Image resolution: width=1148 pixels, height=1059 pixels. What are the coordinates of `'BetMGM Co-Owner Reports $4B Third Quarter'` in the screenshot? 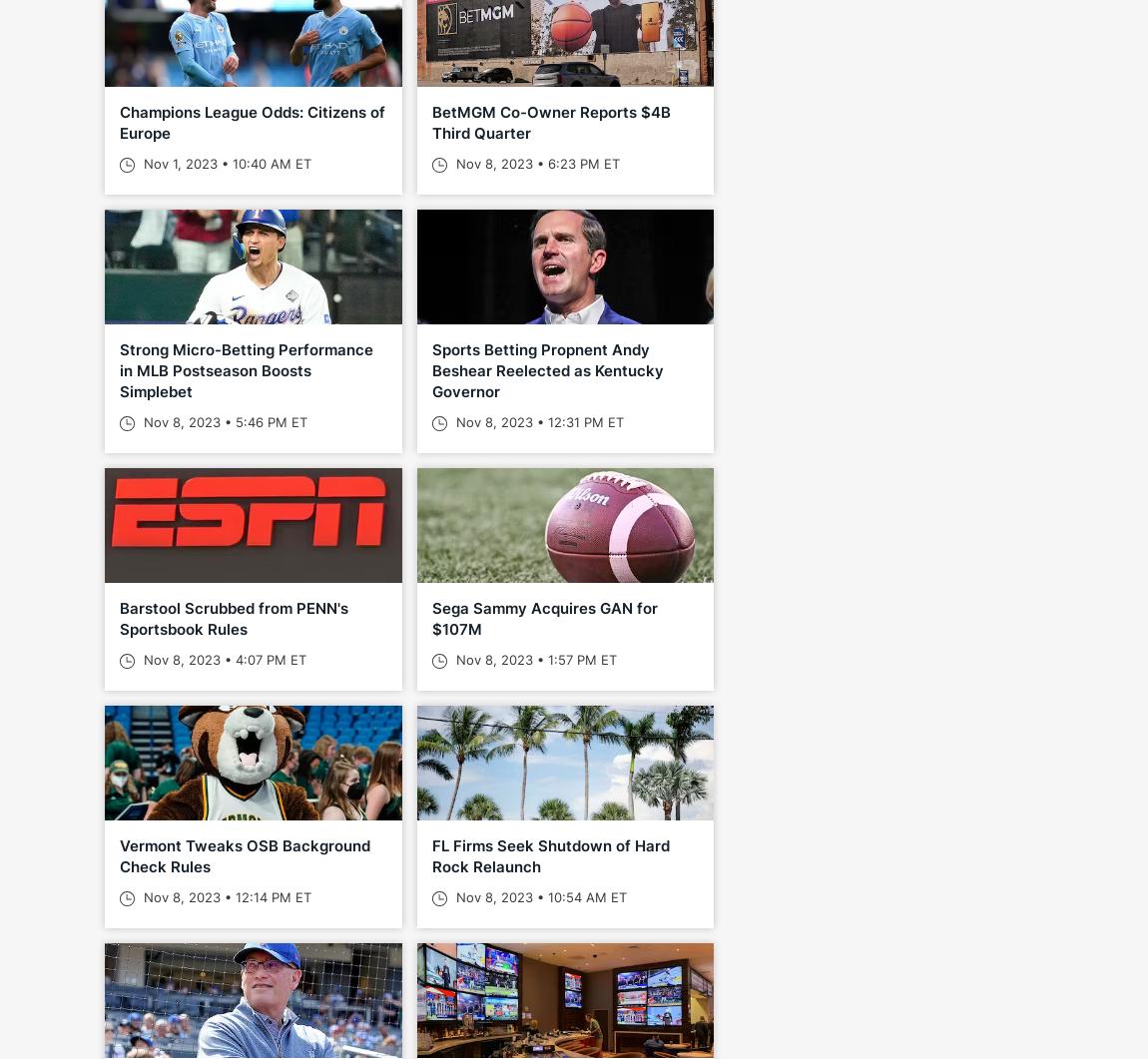 It's located at (550, 122).